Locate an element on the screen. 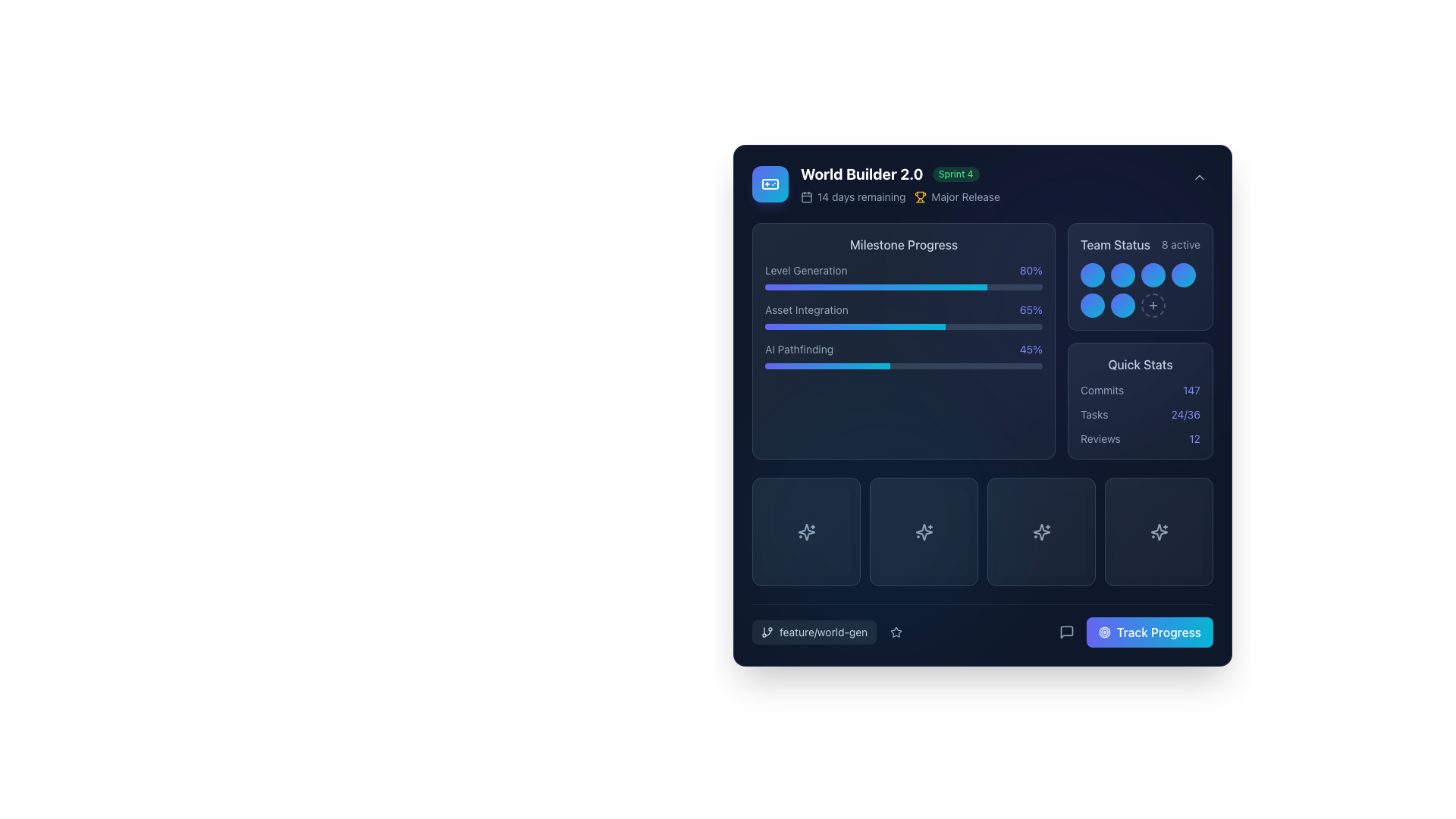 Image resolution: width=1456 pixels, height=819 pixels. the Static Label that reads '8 active,' which is aligned to the right of the 'Team Status' header is located at coordinates (1180, 244).